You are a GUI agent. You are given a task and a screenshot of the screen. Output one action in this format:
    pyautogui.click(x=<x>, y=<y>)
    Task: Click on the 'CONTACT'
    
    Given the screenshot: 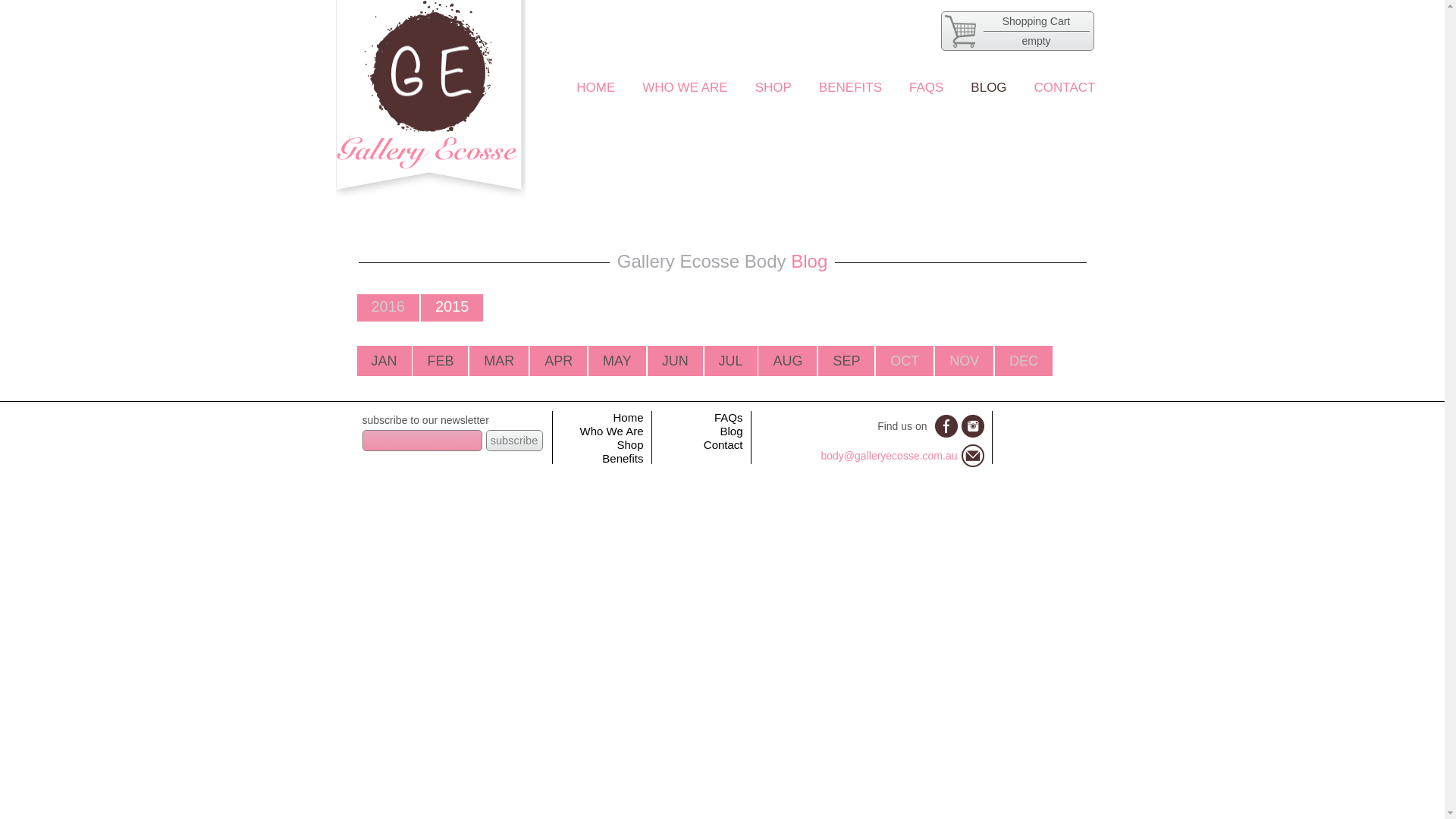 What is the action you would take?
    pyautogui.click(x=1064, y=87)
    